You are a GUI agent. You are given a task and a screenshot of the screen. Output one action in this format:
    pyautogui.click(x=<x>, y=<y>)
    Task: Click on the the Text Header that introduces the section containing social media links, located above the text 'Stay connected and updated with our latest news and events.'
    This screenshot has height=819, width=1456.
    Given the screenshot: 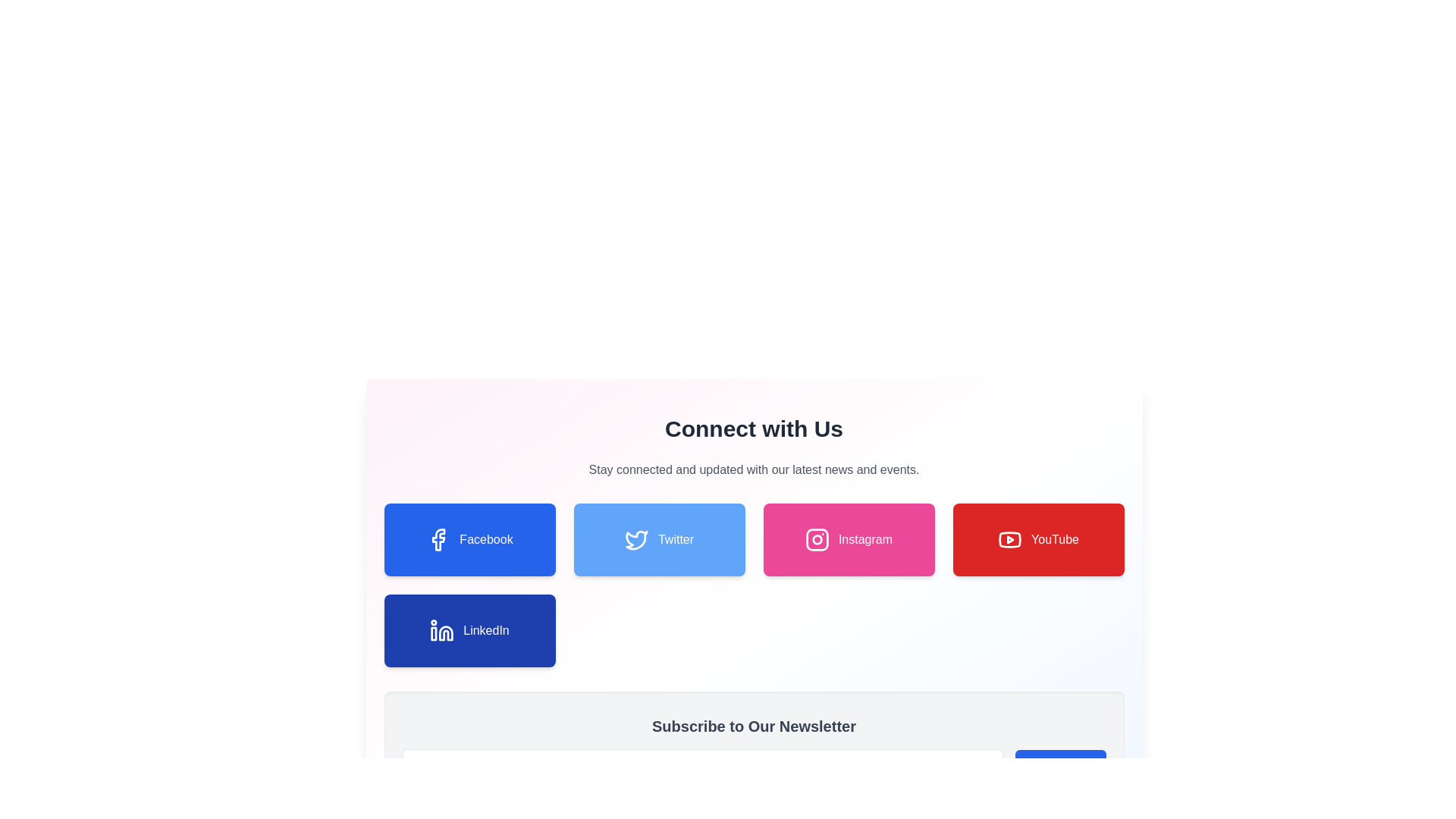 What is the action you would take?
    pyautogui.click(x=754, y=429)
    